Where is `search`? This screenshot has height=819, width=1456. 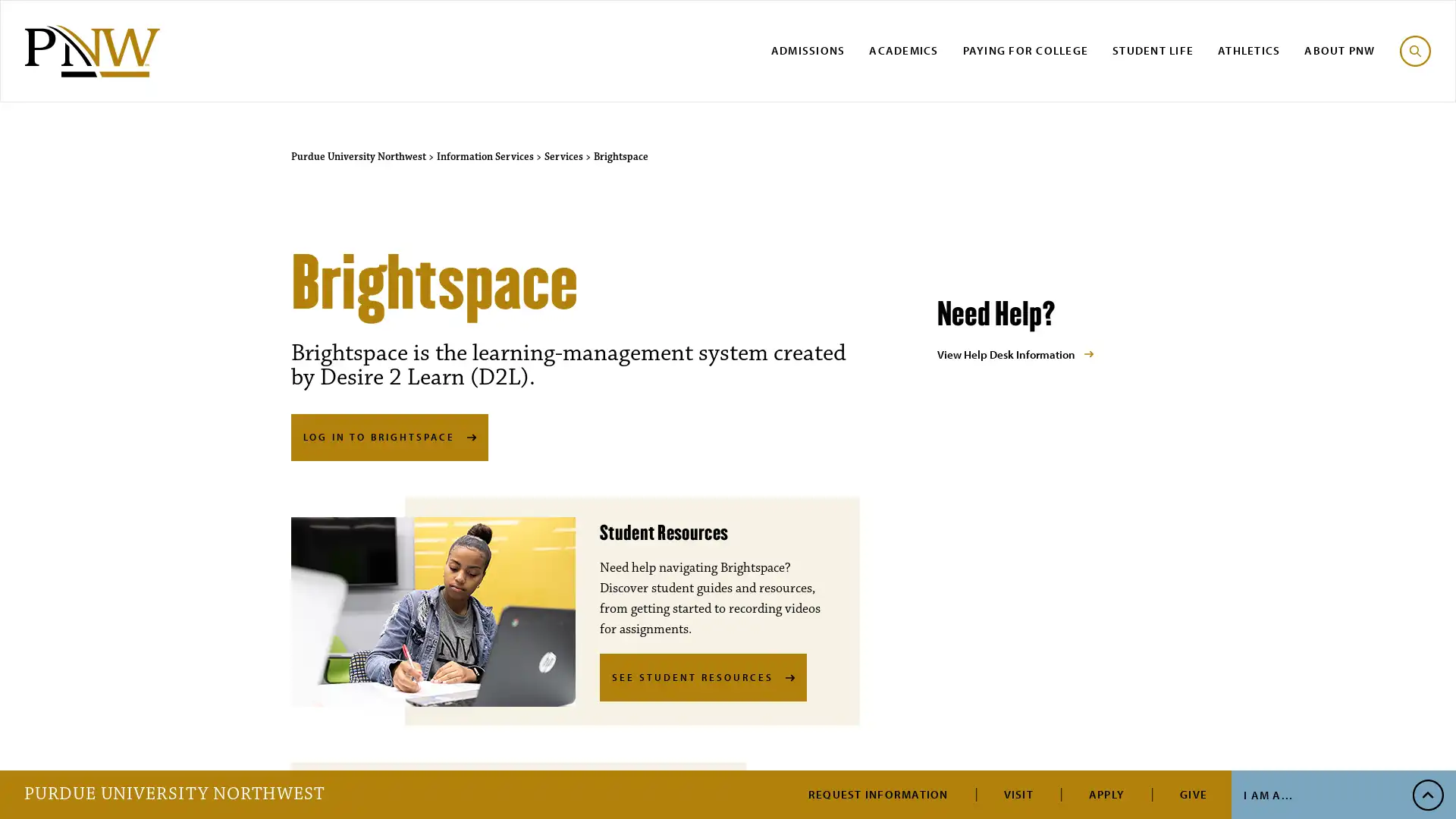
search is located at coordinates (1414, 49).